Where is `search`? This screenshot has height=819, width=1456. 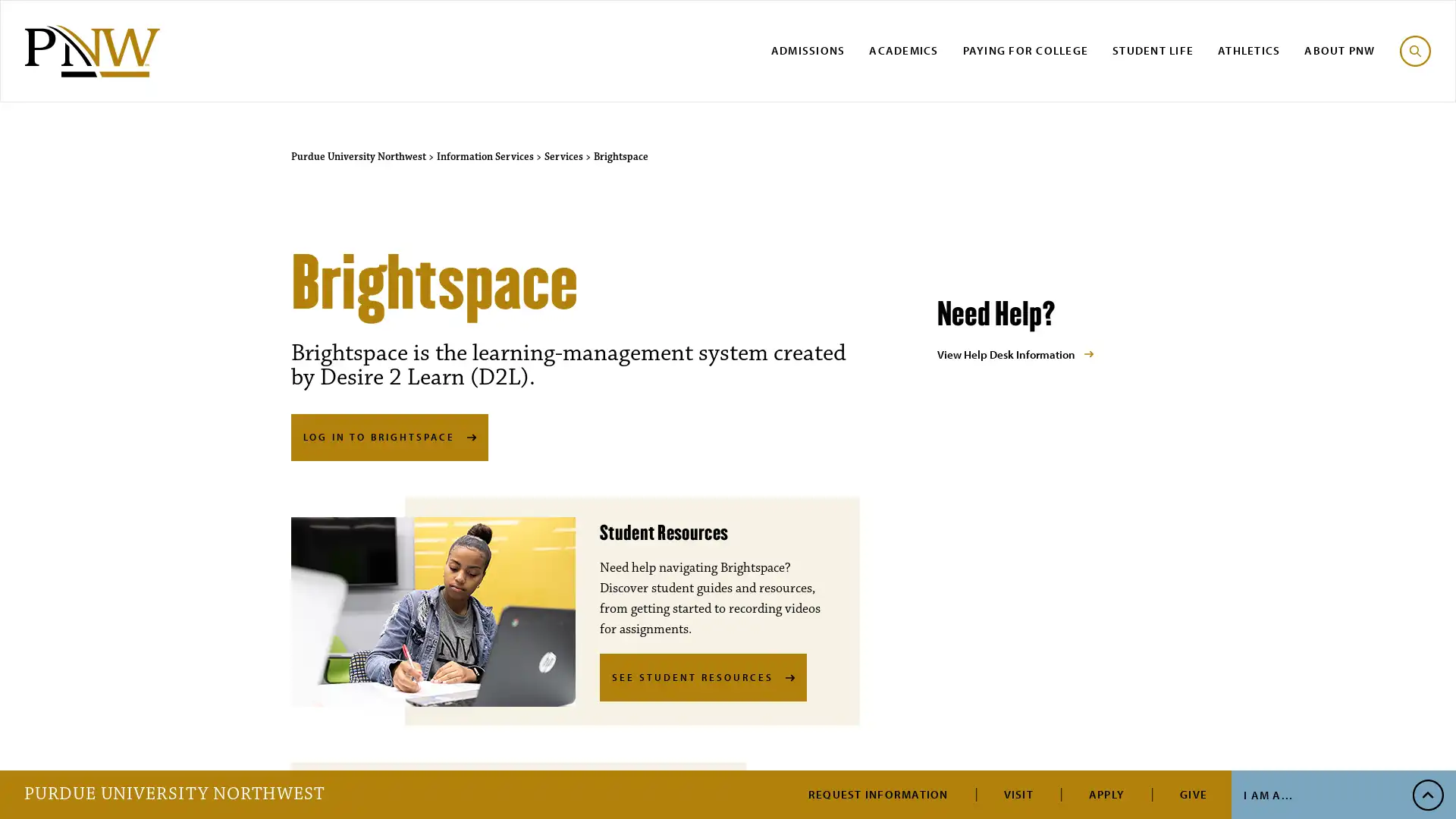
search is located at coordinates (1414, 49).